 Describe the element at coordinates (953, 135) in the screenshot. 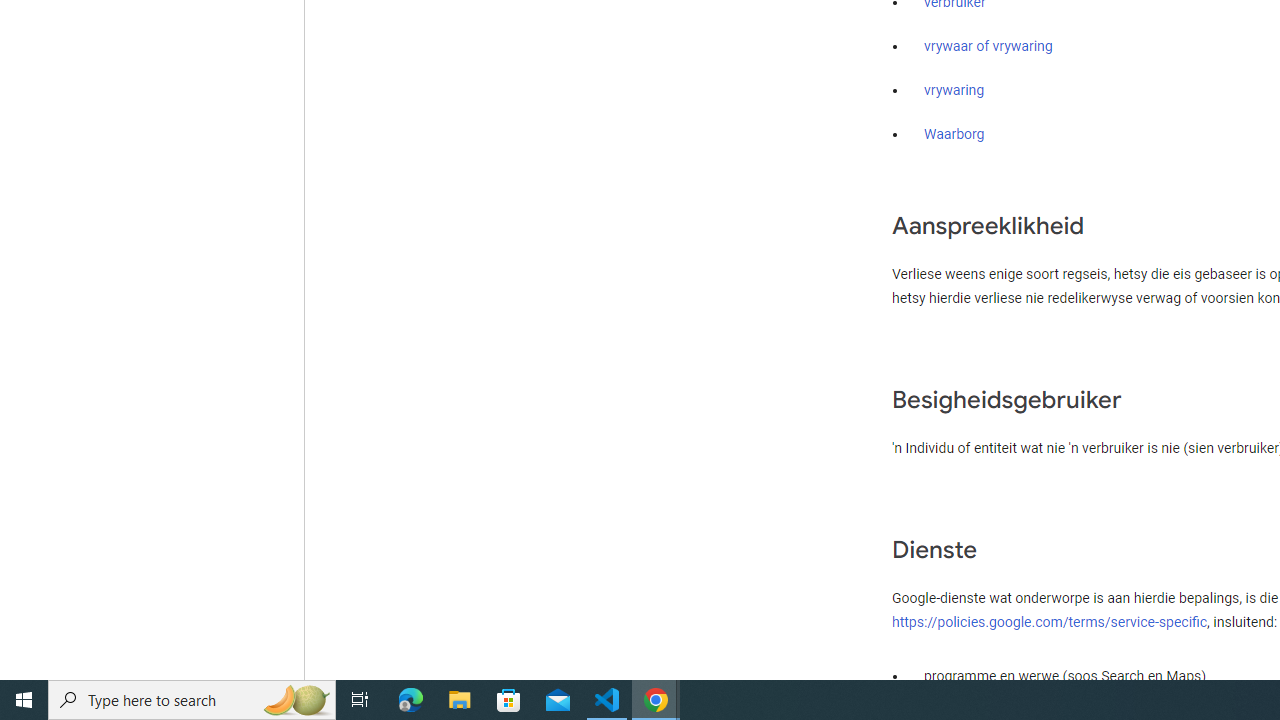

I see `'Waarborg'` at that location.